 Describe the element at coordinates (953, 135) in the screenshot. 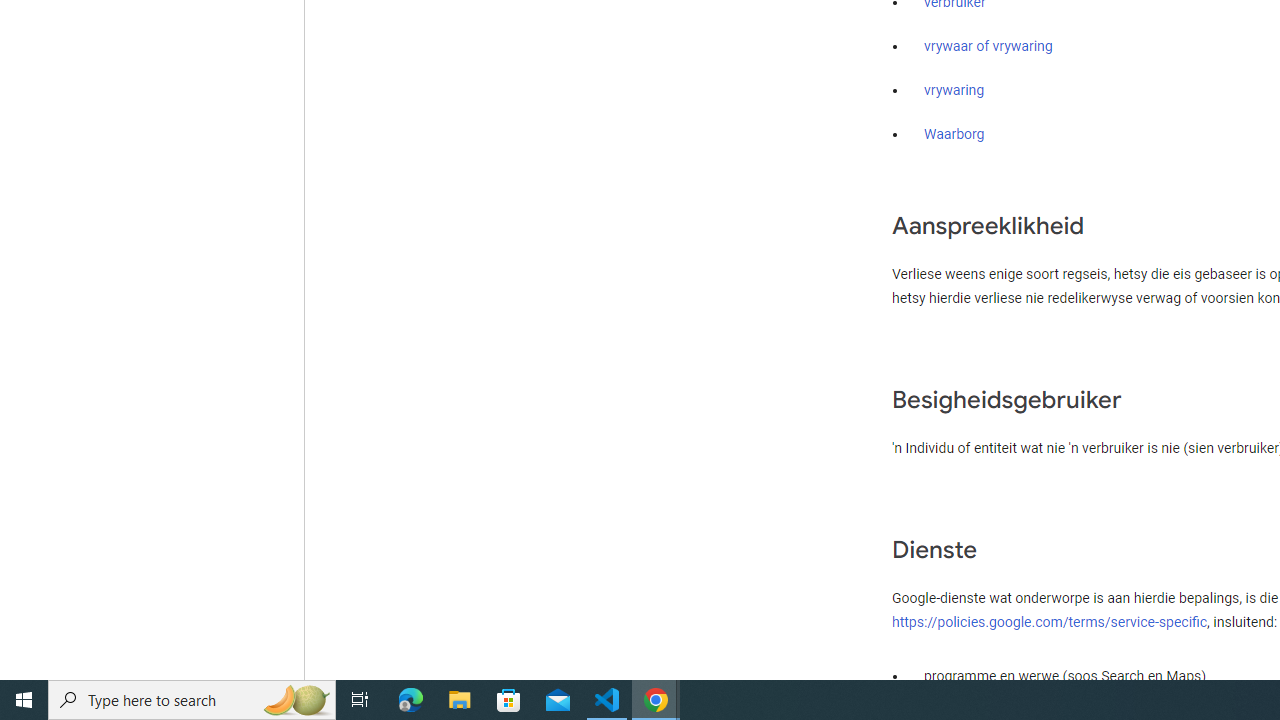

I see `'Waarborg'` at that location.